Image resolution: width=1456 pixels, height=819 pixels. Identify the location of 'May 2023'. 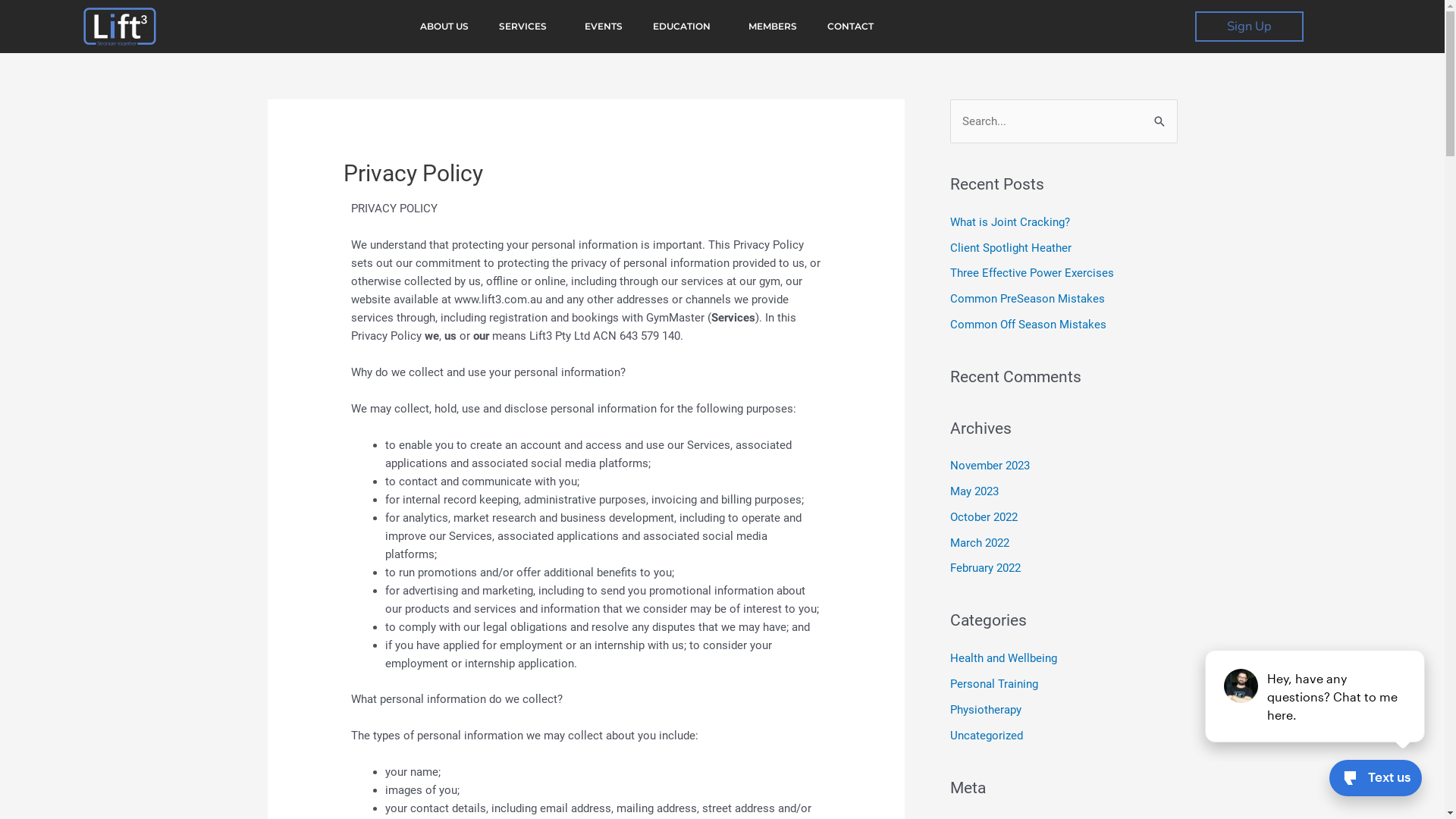
(973, 491).